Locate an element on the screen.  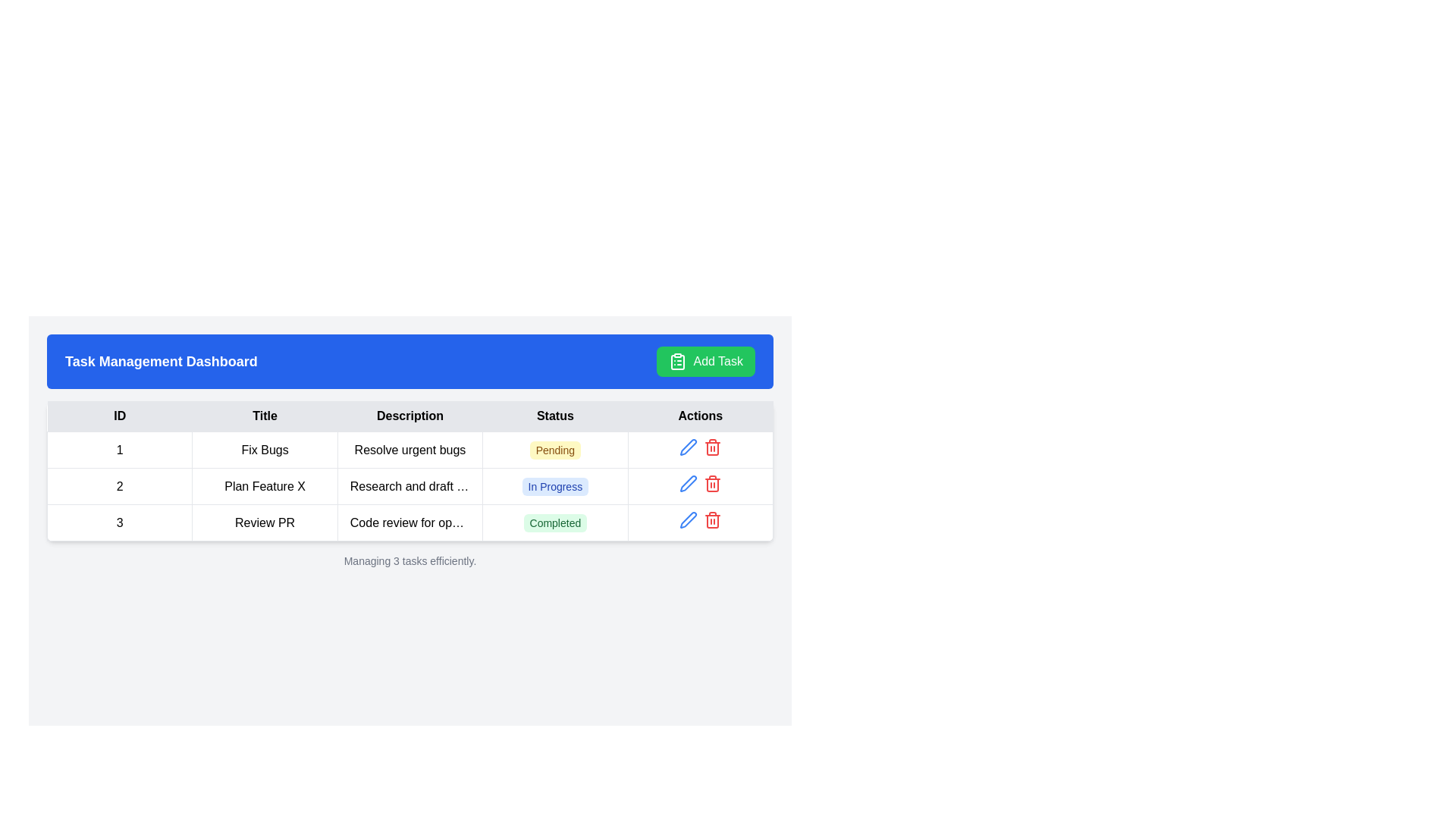
the table cell in the first column of the third row is located at coordinates (119, 522).